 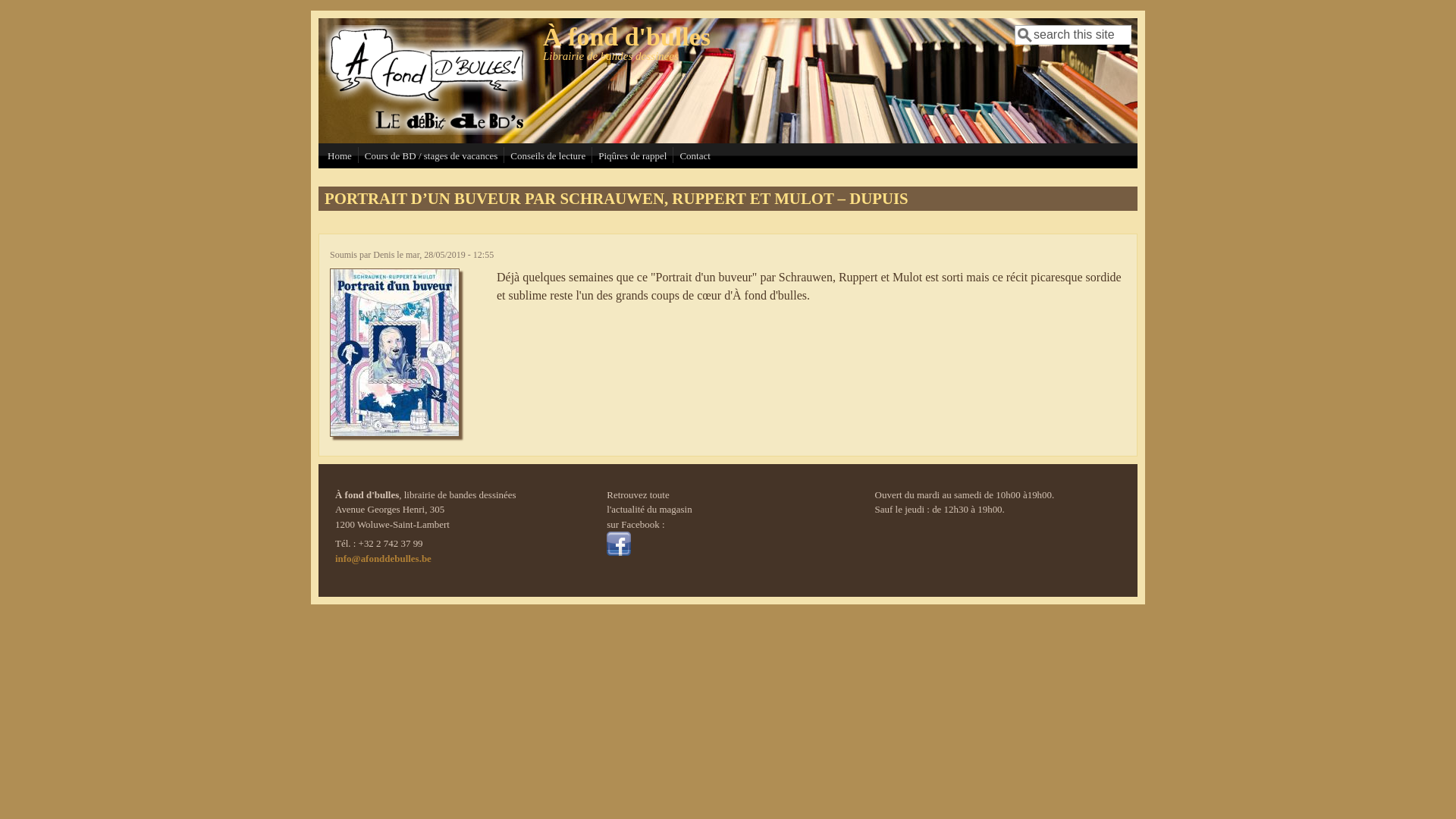 What do you see at coordinates (383, 558) in the screenshot?
I see `'info@afonddebulles.be'` at bounding box center [383, 558].